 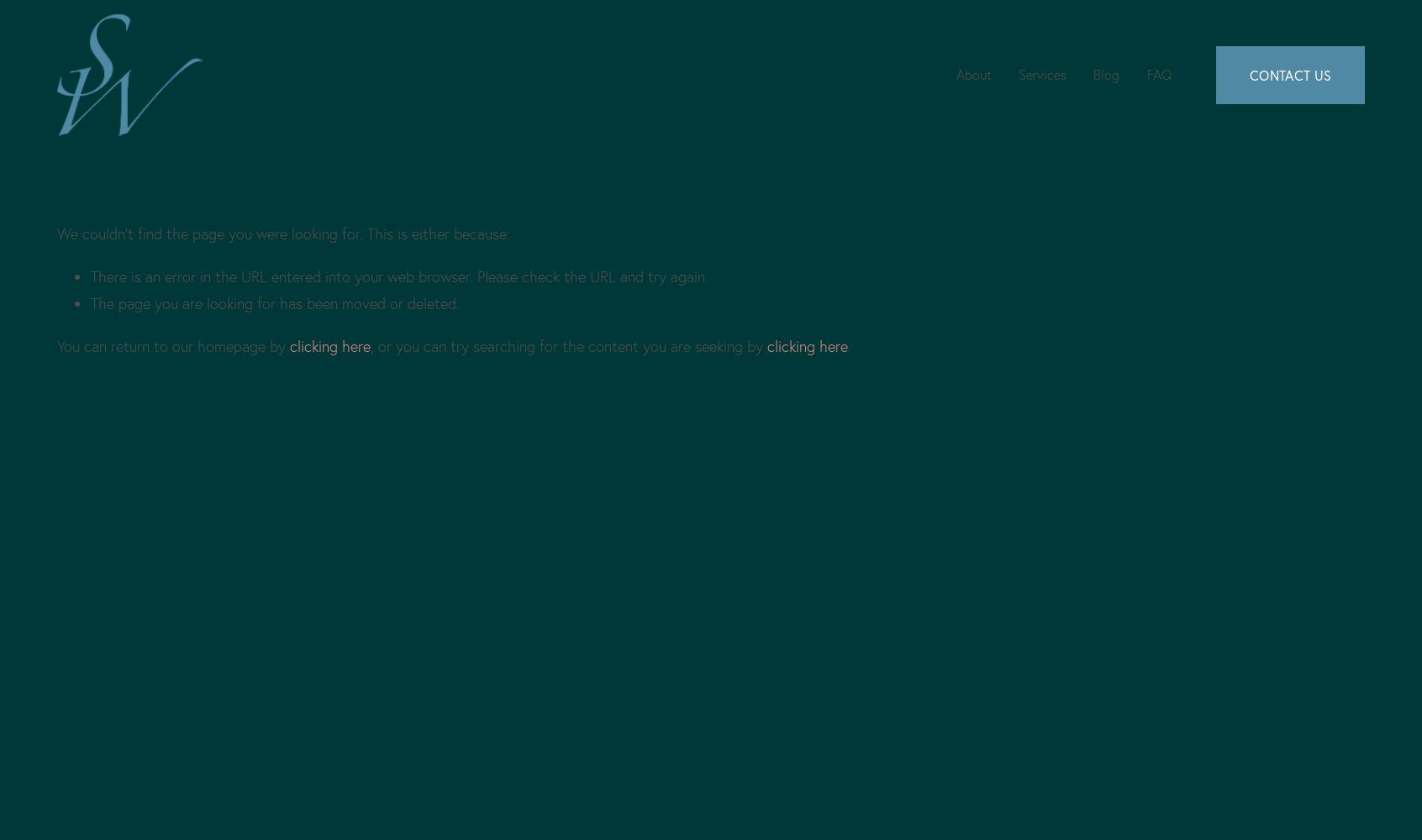 What do you see at coordinates (845, 345) in the screenshot?
I see `'.'` at bounding box center [845, 345].